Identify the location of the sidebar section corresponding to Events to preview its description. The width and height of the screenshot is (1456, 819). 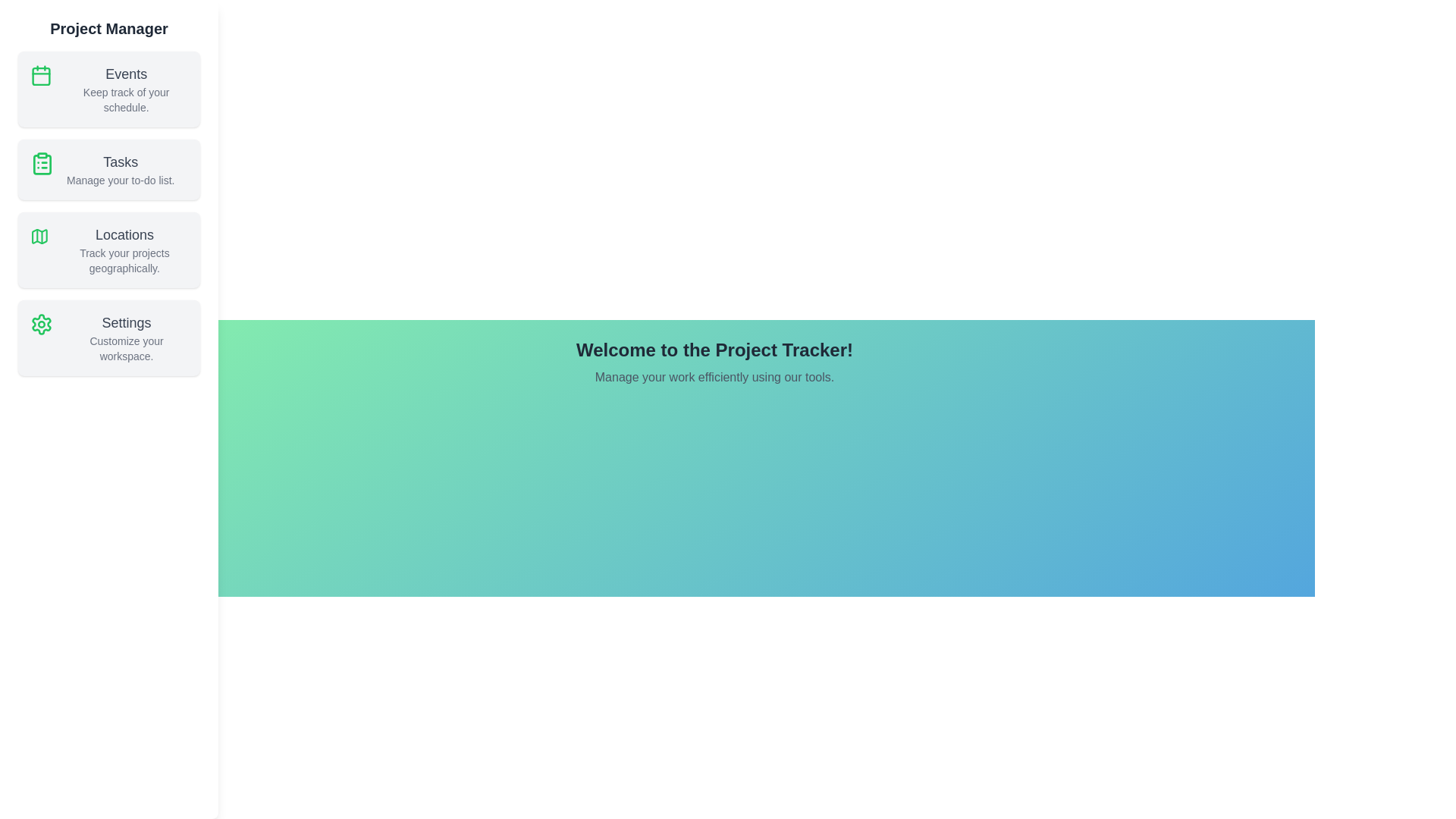
(108, 89).